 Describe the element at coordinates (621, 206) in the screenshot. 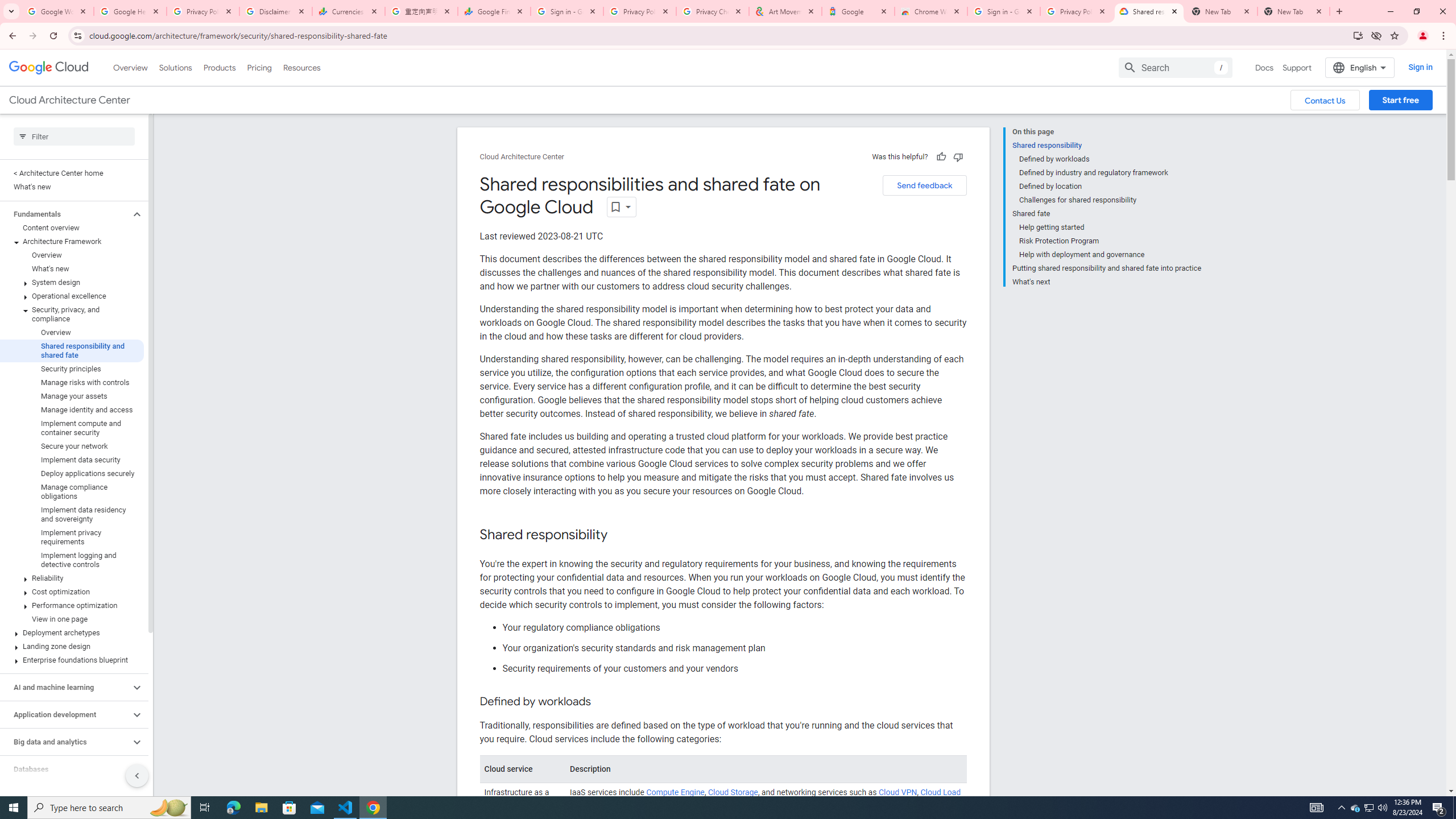

I see `'Open dropdown'` at that location.